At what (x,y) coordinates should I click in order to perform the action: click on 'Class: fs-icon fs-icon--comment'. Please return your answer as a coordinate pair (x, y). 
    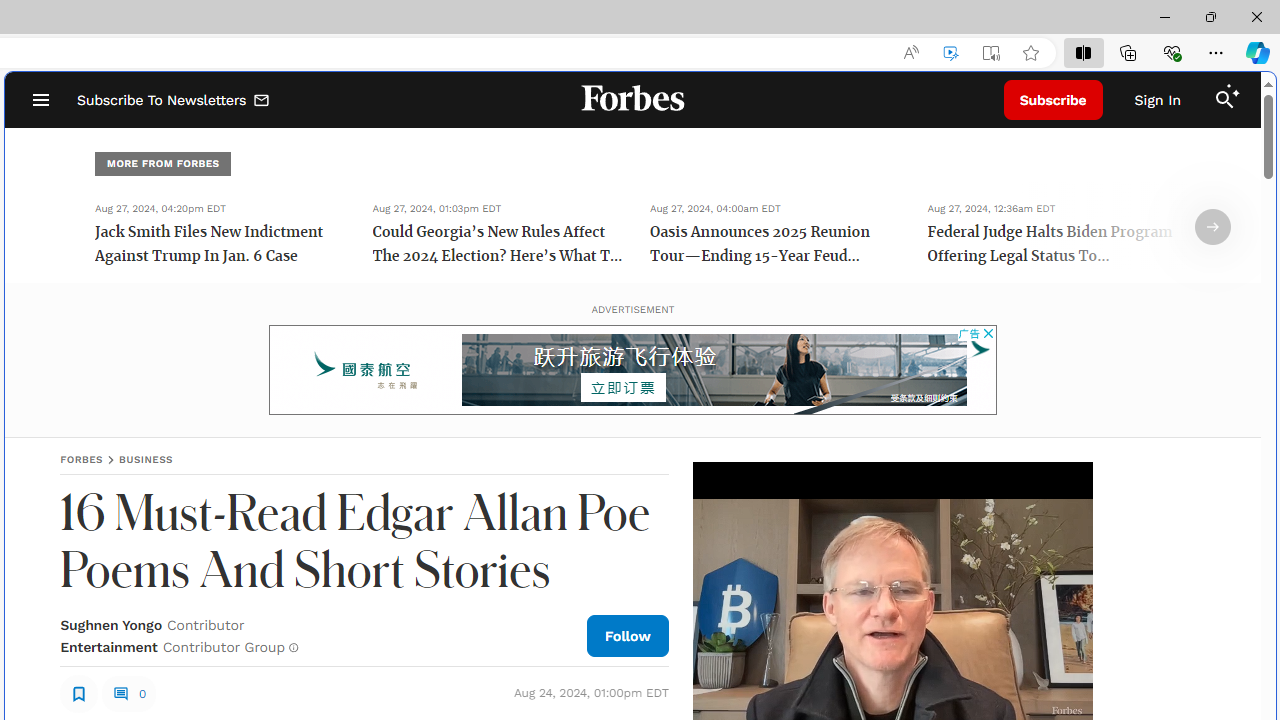
    Looking at the image, I should click on (119, 692).